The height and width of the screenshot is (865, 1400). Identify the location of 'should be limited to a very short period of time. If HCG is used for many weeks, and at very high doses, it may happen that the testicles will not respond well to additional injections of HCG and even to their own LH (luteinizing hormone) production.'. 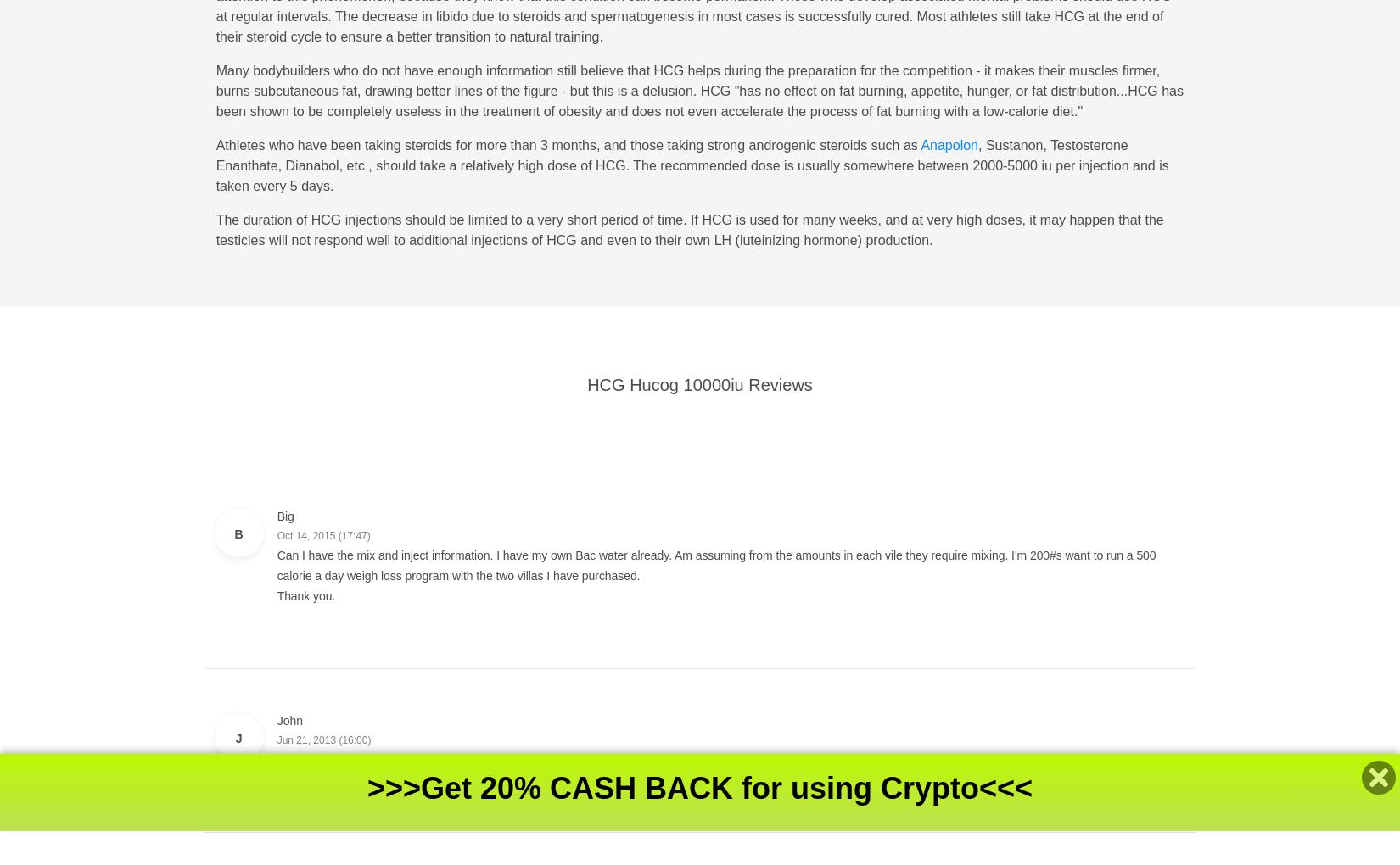
(215, 229).